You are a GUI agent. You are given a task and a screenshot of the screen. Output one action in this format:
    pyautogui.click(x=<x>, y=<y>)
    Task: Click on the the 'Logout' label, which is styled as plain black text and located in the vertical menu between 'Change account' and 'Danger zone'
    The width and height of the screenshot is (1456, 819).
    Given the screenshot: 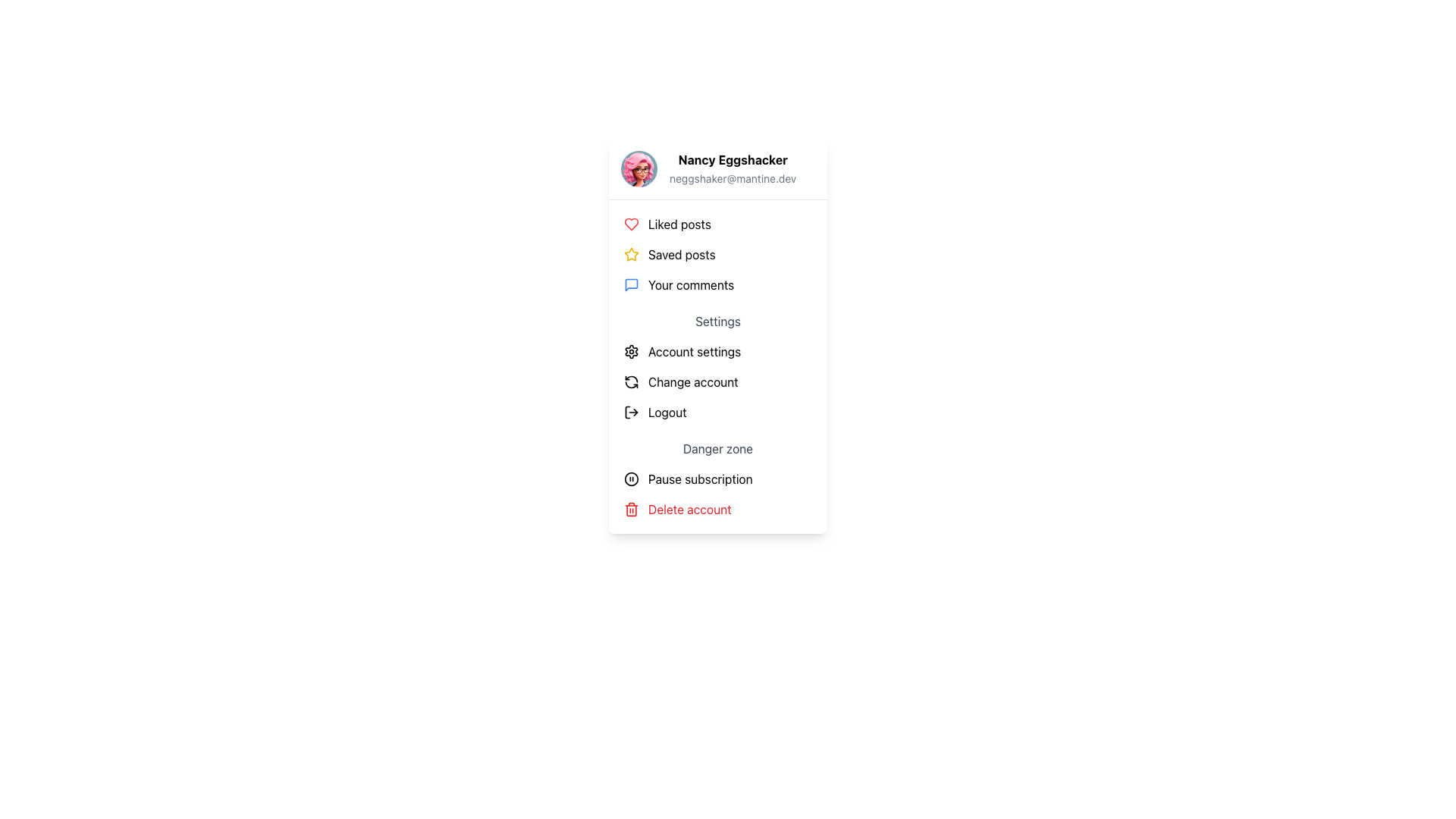 What is the action you would take?
    pyautogui.click(x=667, y=412)
    